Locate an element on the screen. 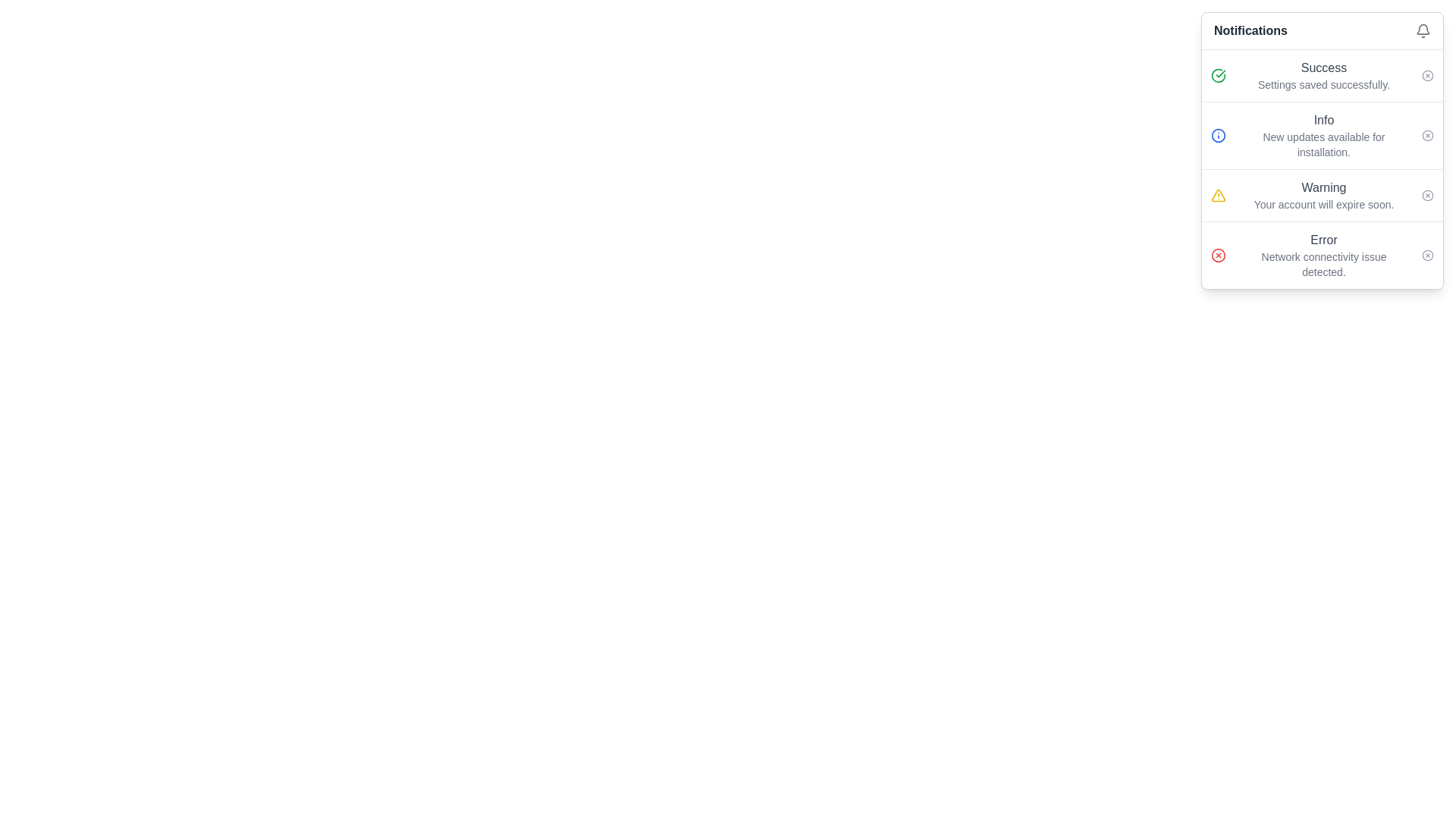 This screenshot has height=819, width=1456. the 'Success' text label displayed in bold gray font, located at the top of the notification list in the right-hand notification panel is located at coordinates (1323, 67).